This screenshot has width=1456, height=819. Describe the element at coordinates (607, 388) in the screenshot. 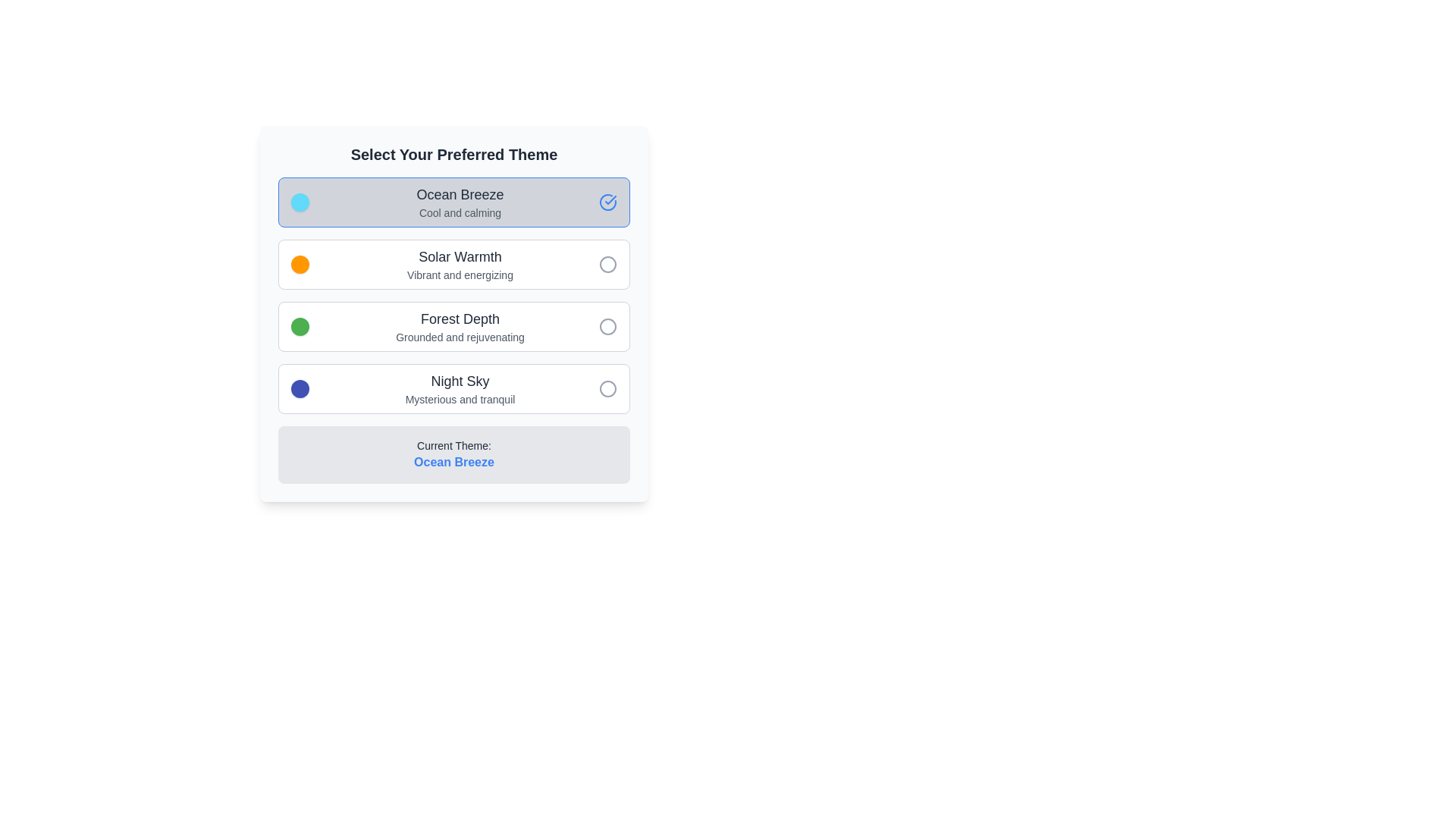

I see `the circular outline icon of the Radio button indicator` at that location.